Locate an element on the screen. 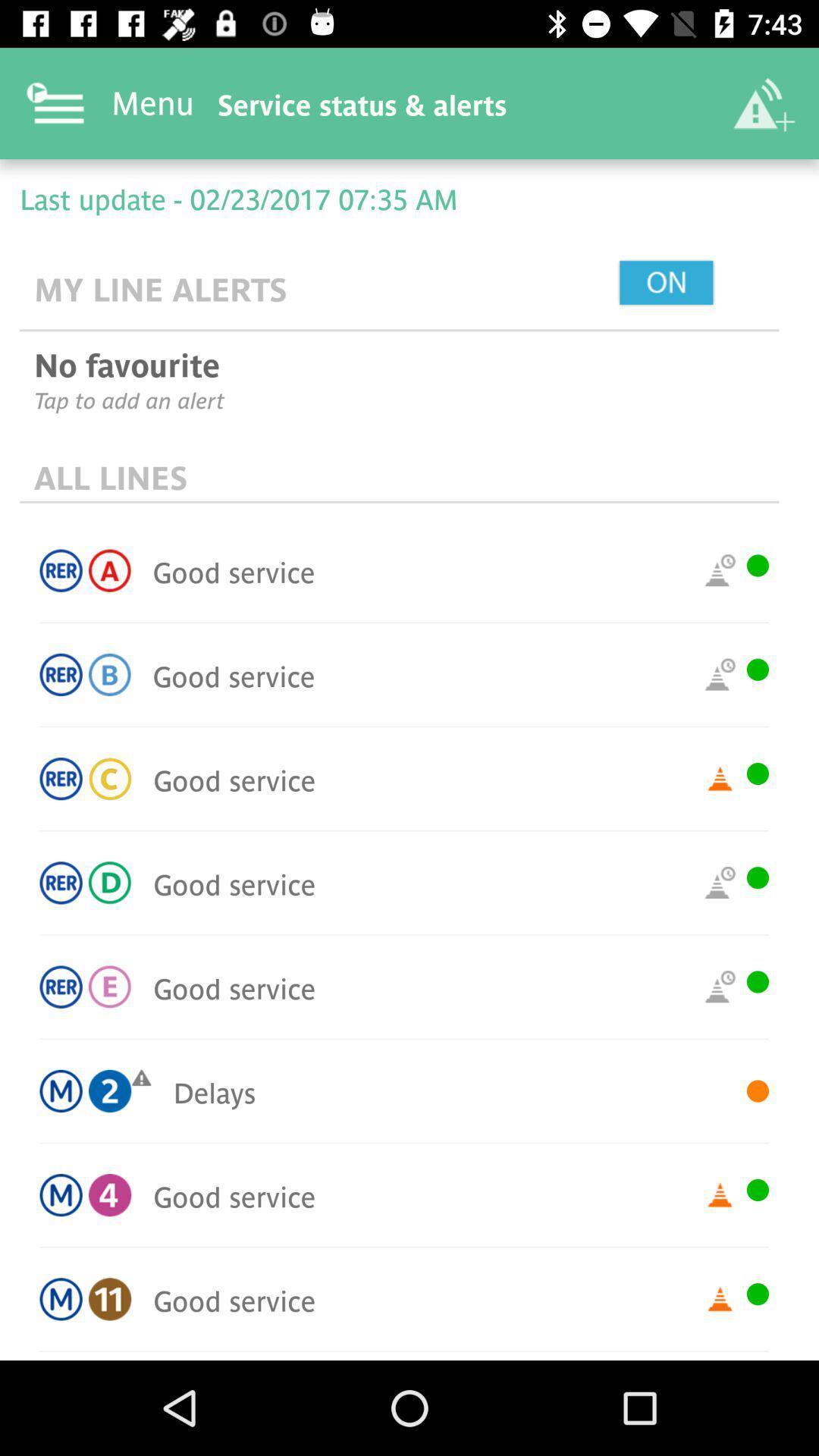 The height and width of the screenshot is (1456, 819). the item above the last update 02 item is located at coordinates (763, 102).